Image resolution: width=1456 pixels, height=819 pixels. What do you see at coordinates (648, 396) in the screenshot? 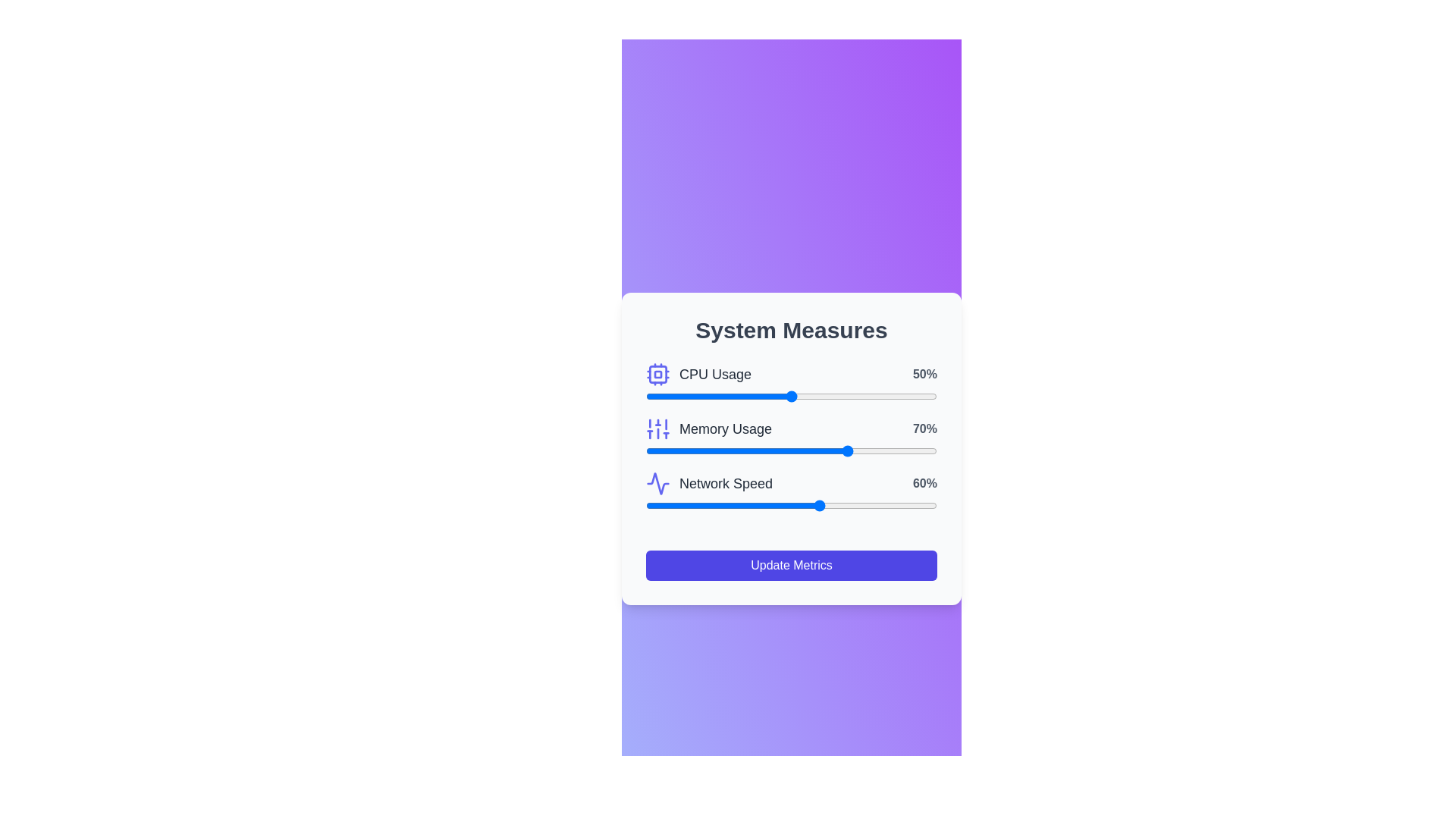
I see `the CPU Usage slider to set the usage to 1%` at bounding box center [648, 396].